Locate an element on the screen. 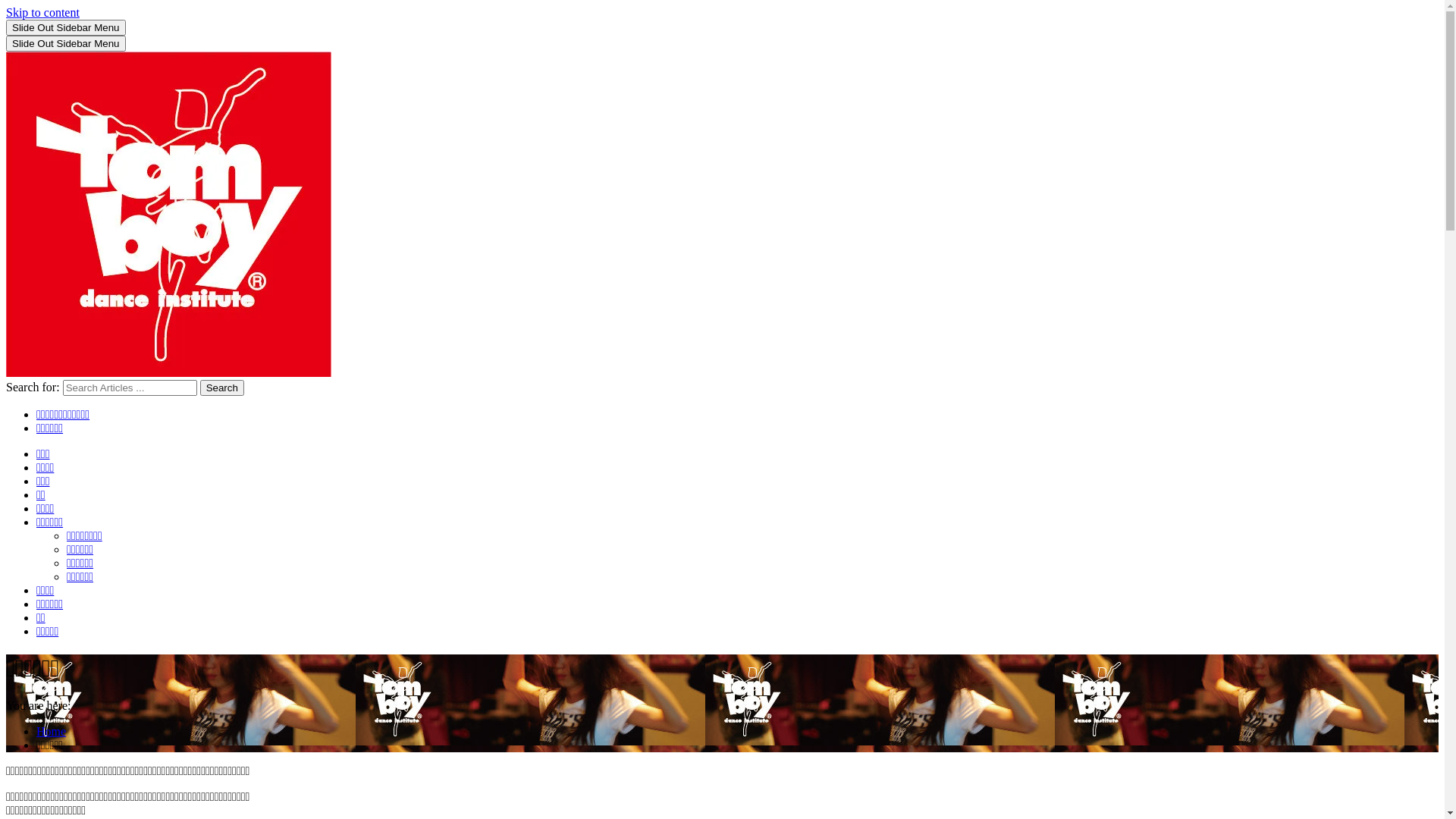 This screenshot has width=1456, height=819. 'Search' is located at coordinates (221, 387).